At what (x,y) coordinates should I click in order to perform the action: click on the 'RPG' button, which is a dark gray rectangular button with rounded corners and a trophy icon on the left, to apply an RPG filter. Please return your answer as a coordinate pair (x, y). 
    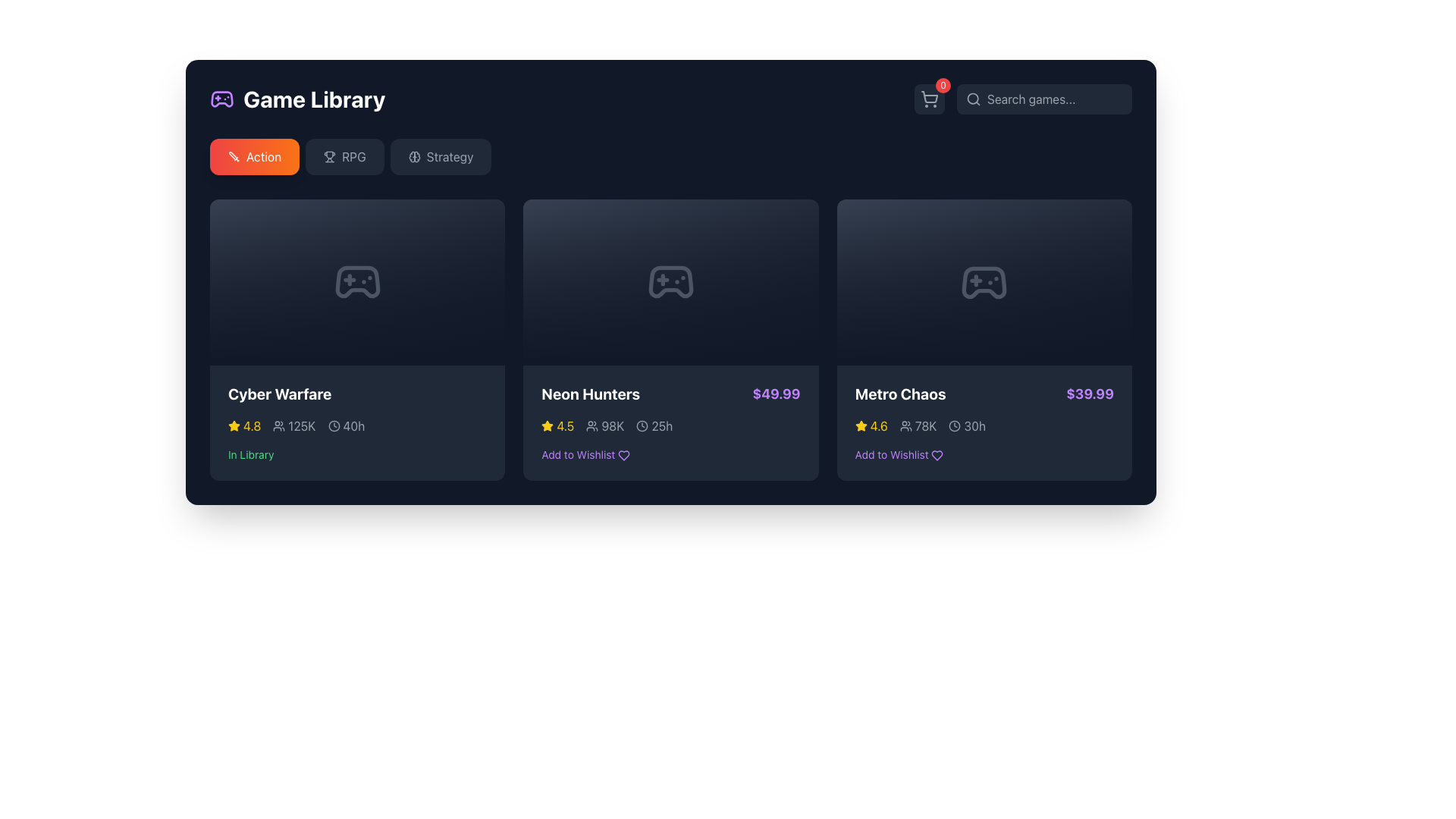
    Looking at the image, I should click on (344, 157).